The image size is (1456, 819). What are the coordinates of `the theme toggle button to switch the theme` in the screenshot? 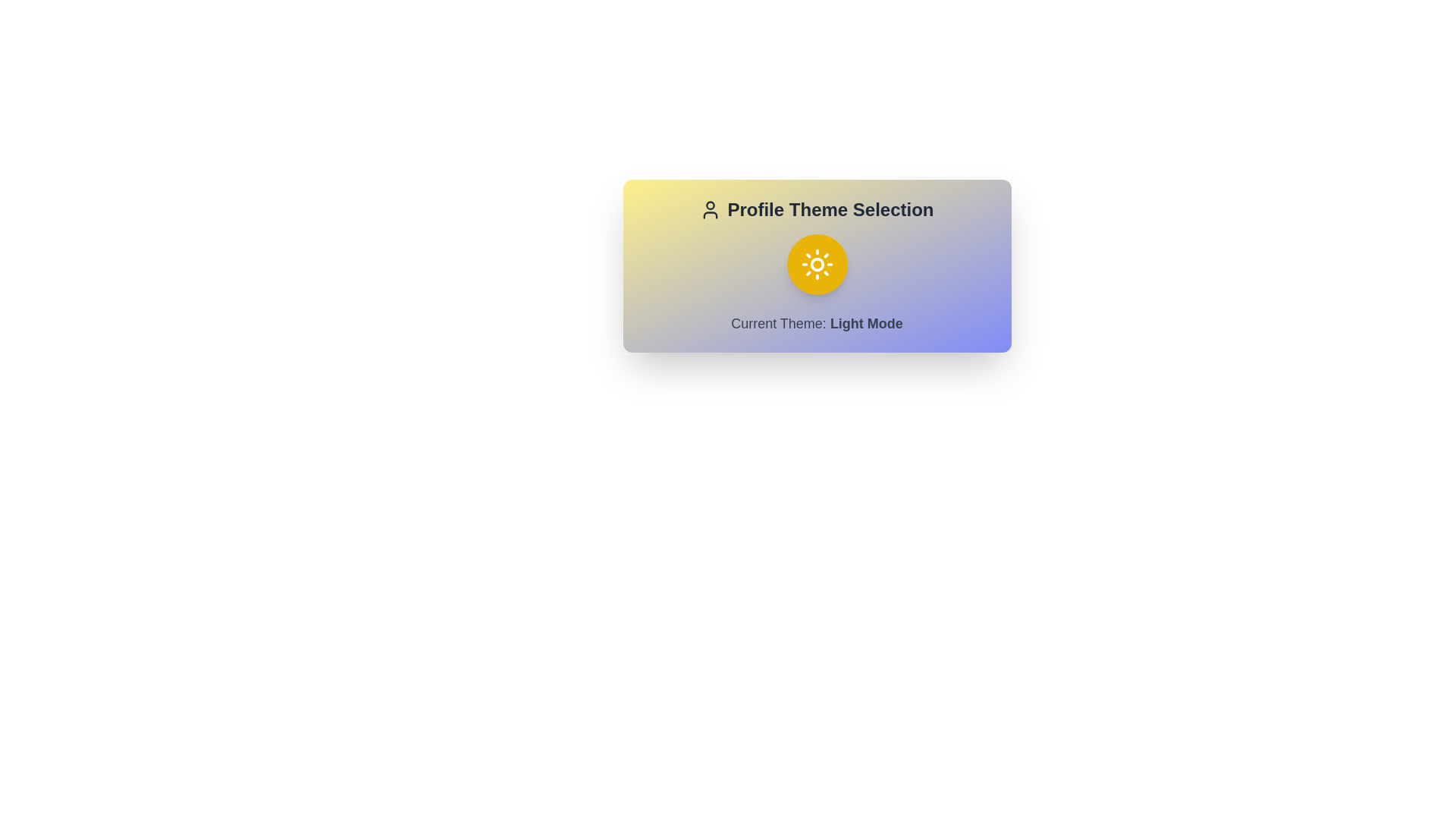 It's located at (816, 263).